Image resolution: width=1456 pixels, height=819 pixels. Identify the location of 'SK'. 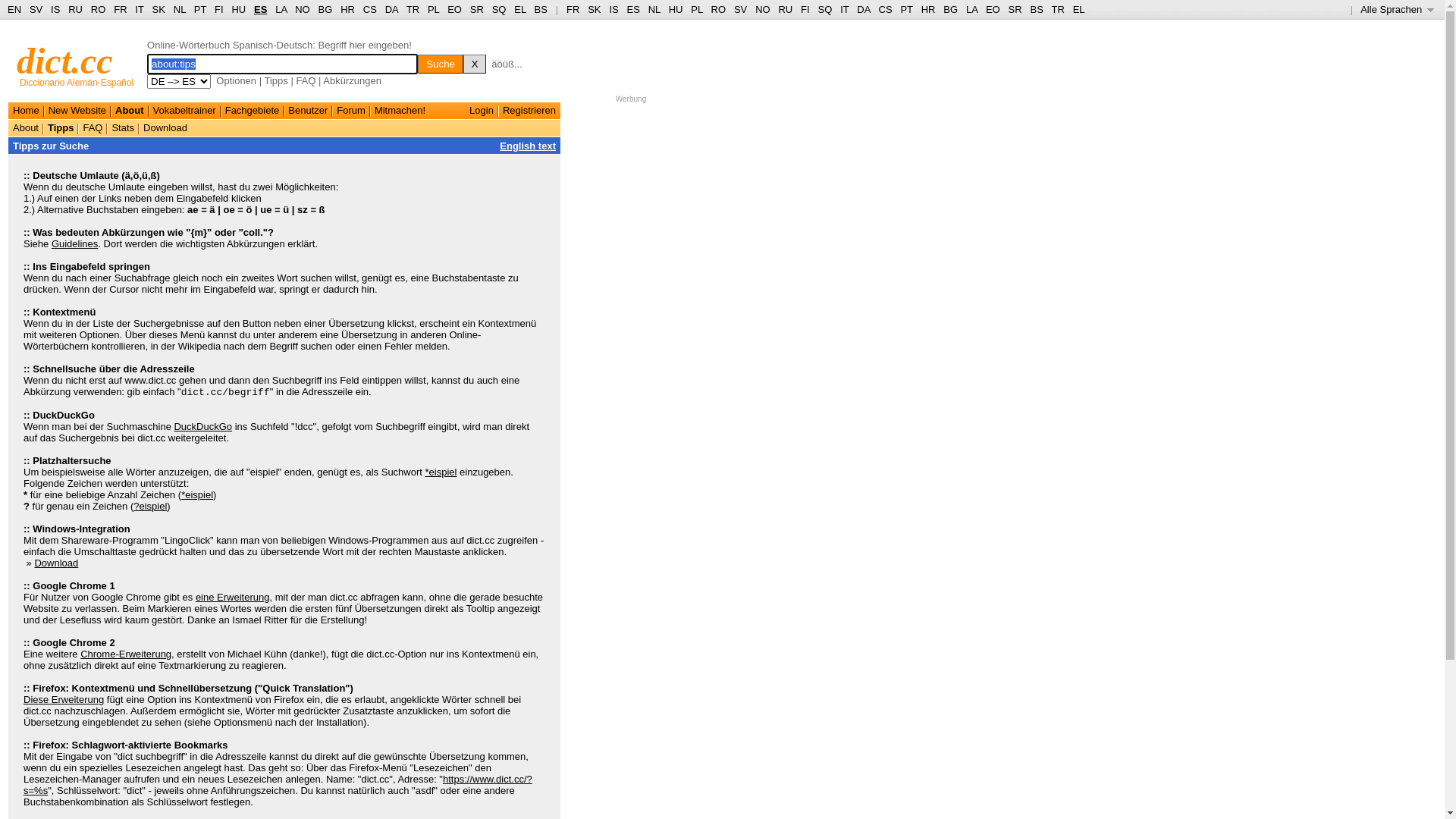
(158, 9).